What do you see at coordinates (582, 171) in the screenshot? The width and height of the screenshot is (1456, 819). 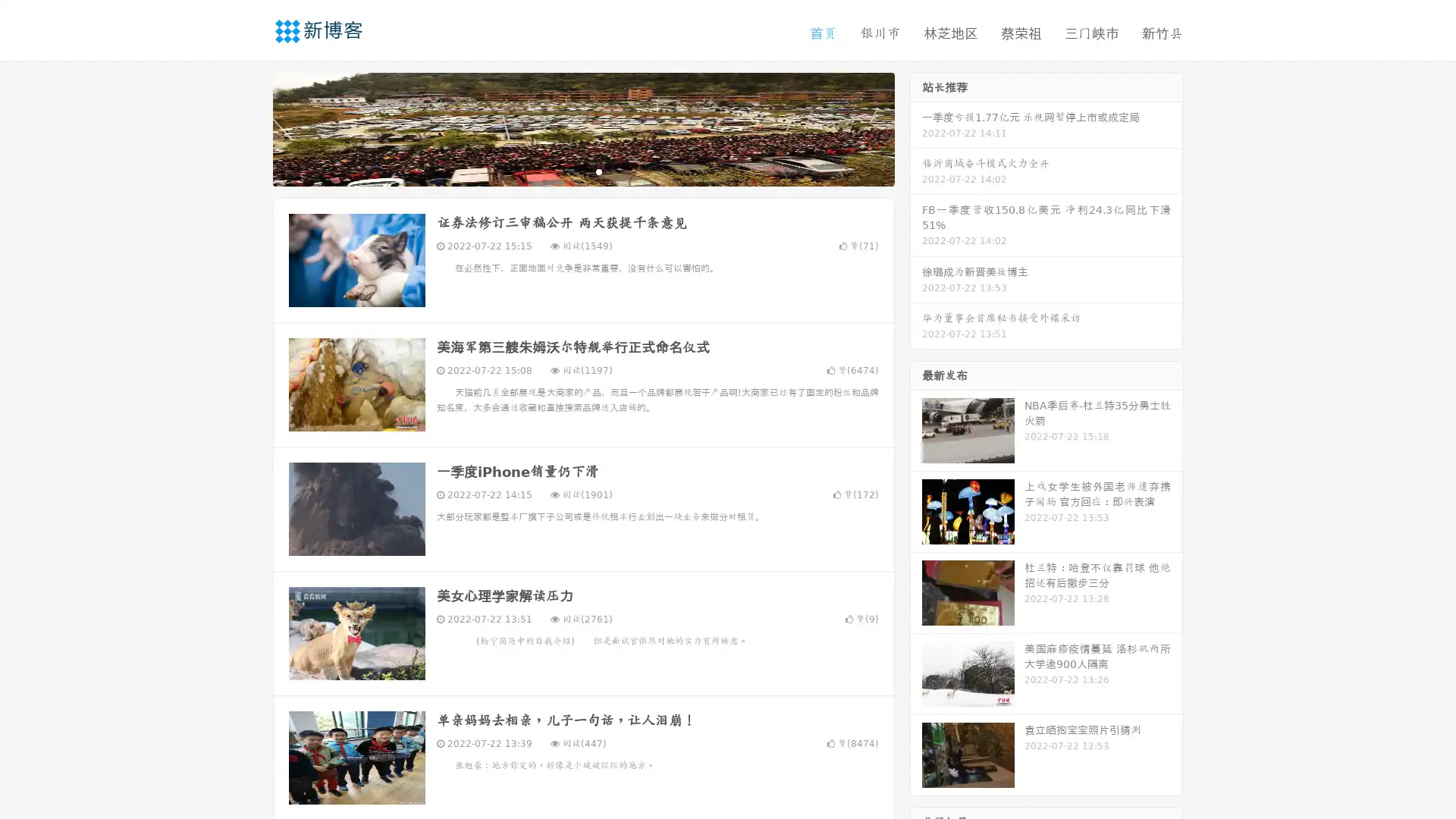 I see `Go to slide 2` at bounding box center [582, 171].